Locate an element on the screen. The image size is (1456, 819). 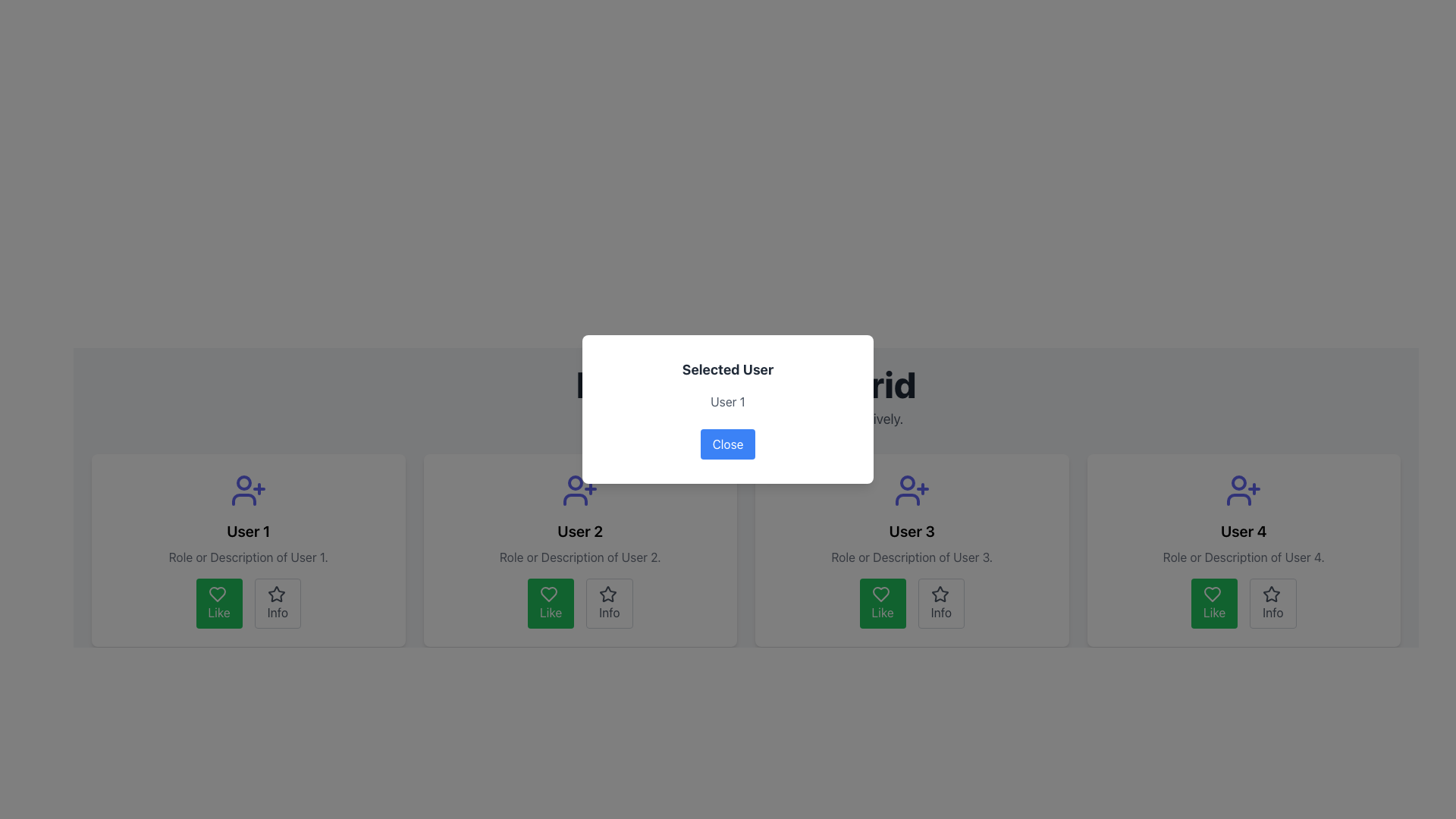
the text label element displaying 'User 3', which is styled in bold and centered, located in the second row, third column of the grid layout under an icon and above descriptive text is located at coordinates (911, 531).